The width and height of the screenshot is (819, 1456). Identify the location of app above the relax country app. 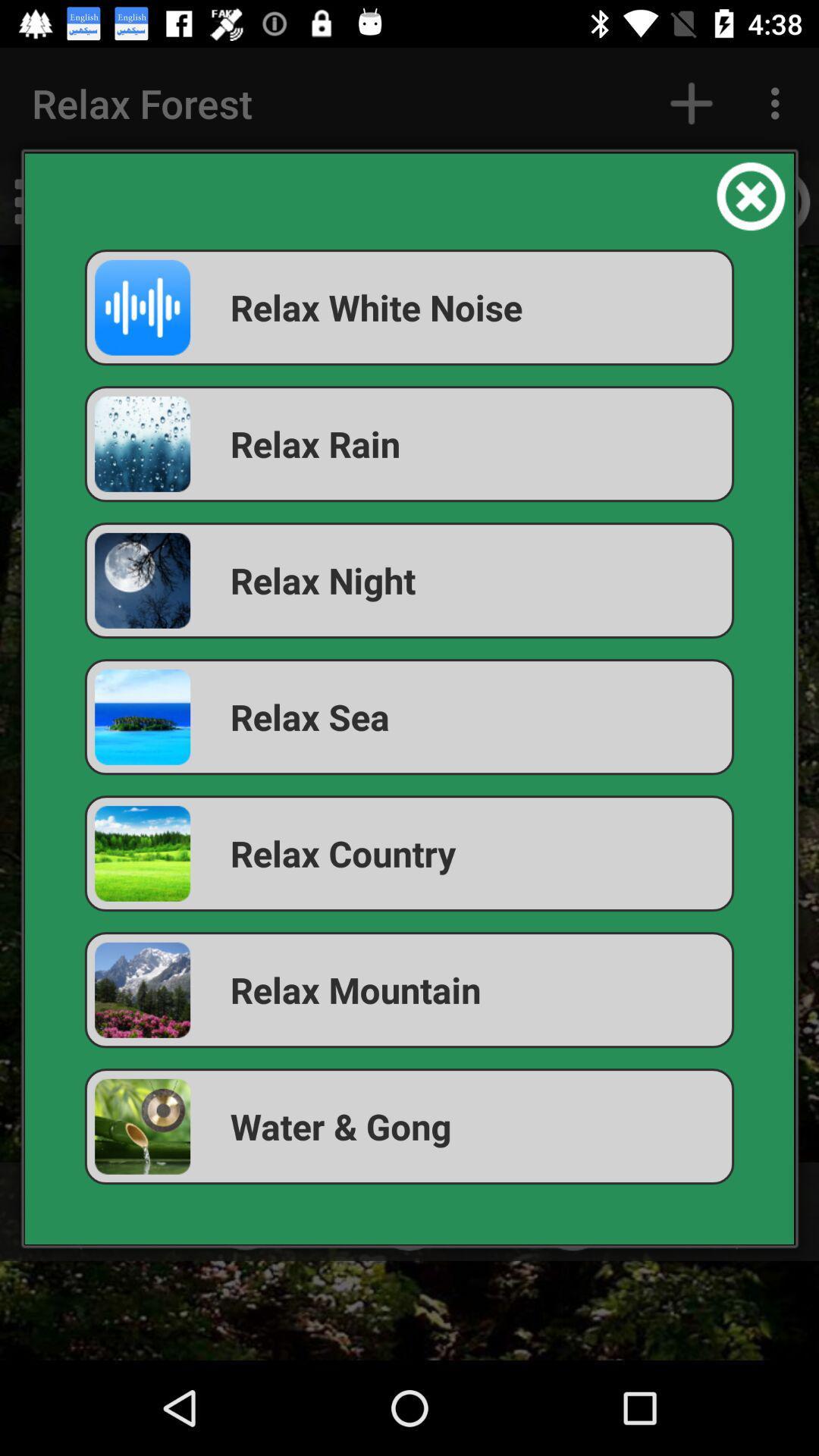
(409, 716).